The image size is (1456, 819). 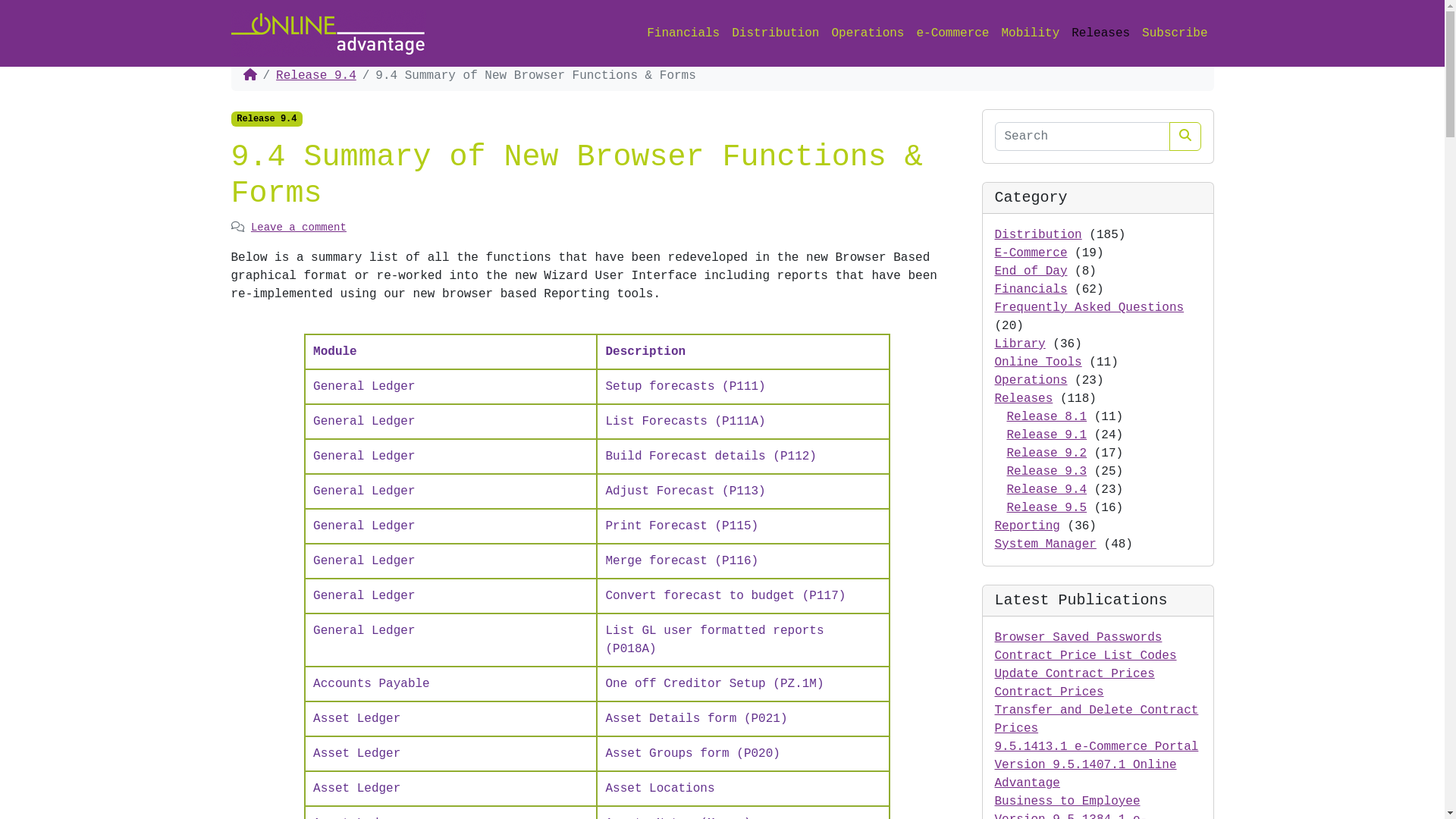 What do you see at coordinates (994, 800) in the screenshot?
I see `'Business to Employee'` at bounding box center [994, 800].